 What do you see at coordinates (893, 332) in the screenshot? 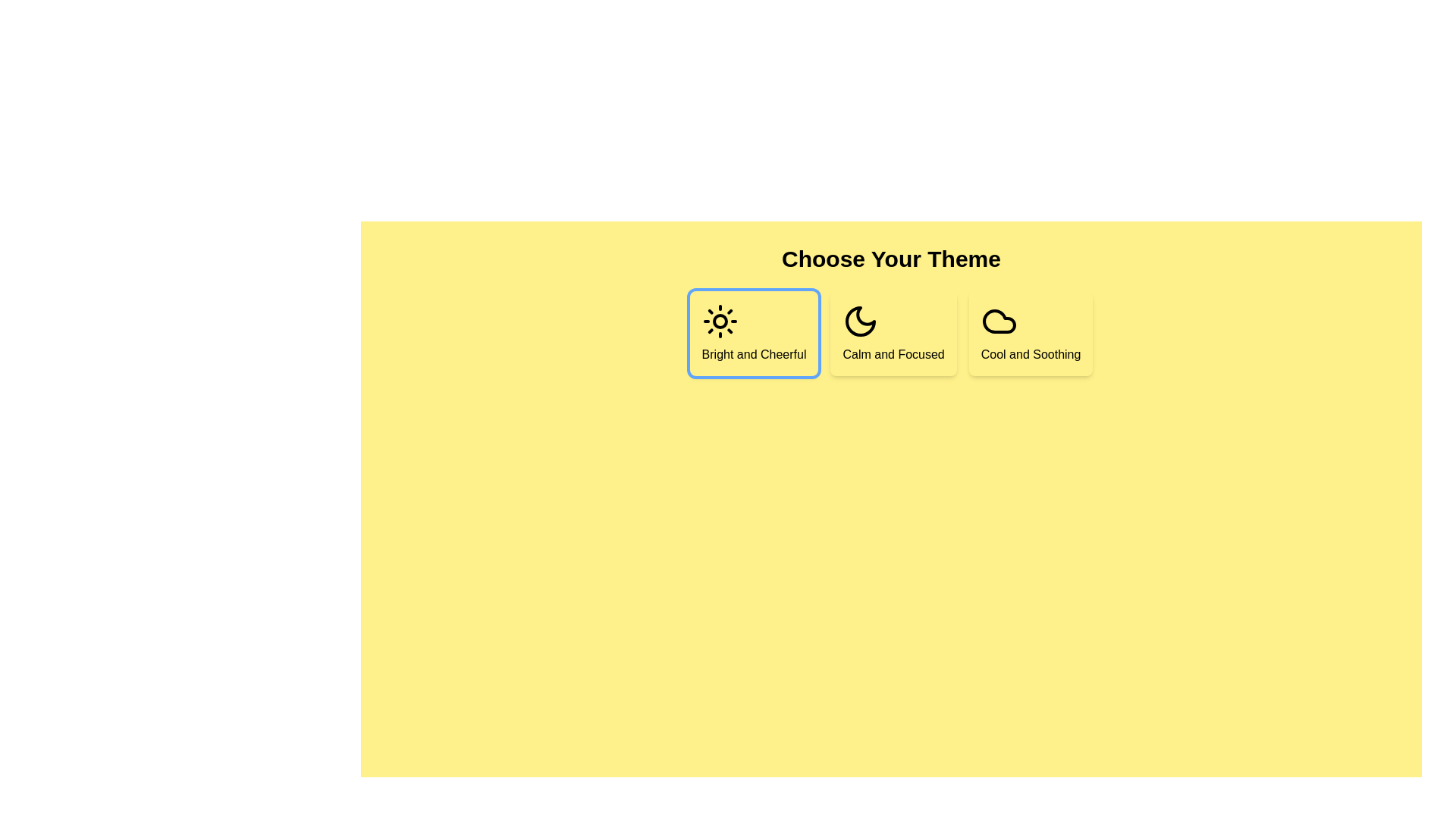
I see `the button corresponding to the theme 'Calm and Focused'` at bounding box center [893, 332].